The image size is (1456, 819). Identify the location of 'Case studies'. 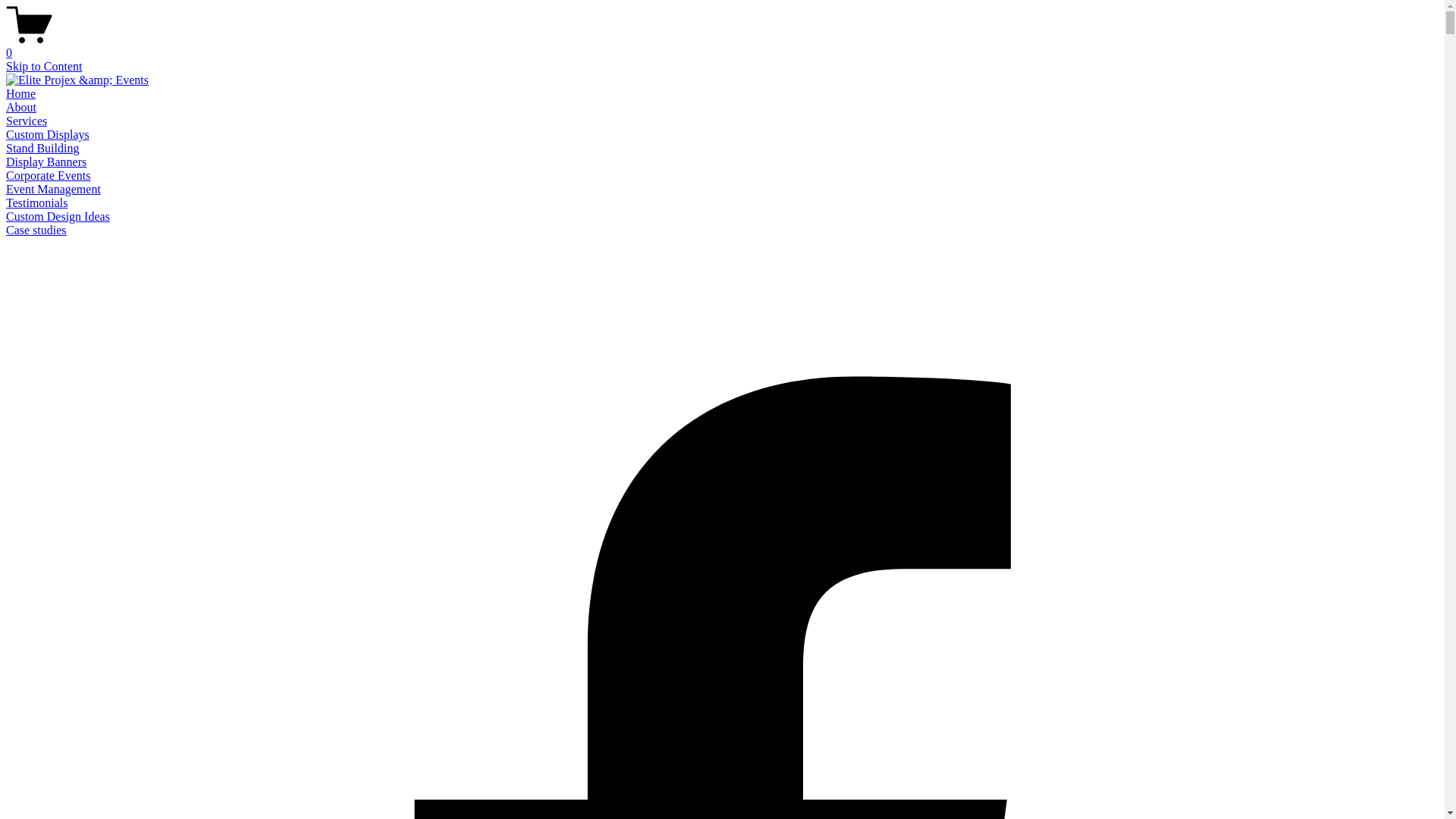
(36, 230).